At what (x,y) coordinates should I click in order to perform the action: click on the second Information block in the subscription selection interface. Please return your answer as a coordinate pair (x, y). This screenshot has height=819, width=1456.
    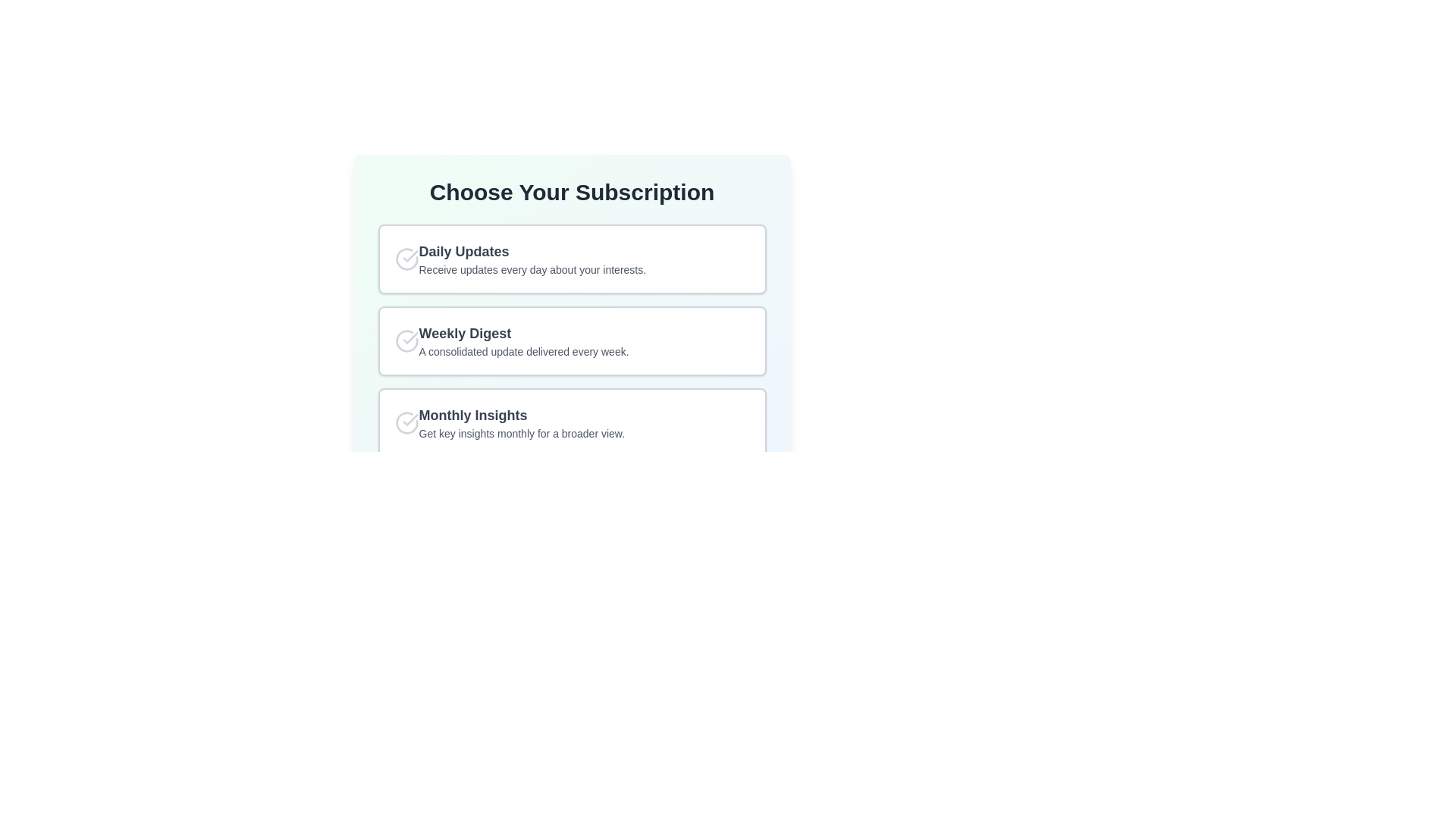
    Looking at the image, I should click on (571, 341).